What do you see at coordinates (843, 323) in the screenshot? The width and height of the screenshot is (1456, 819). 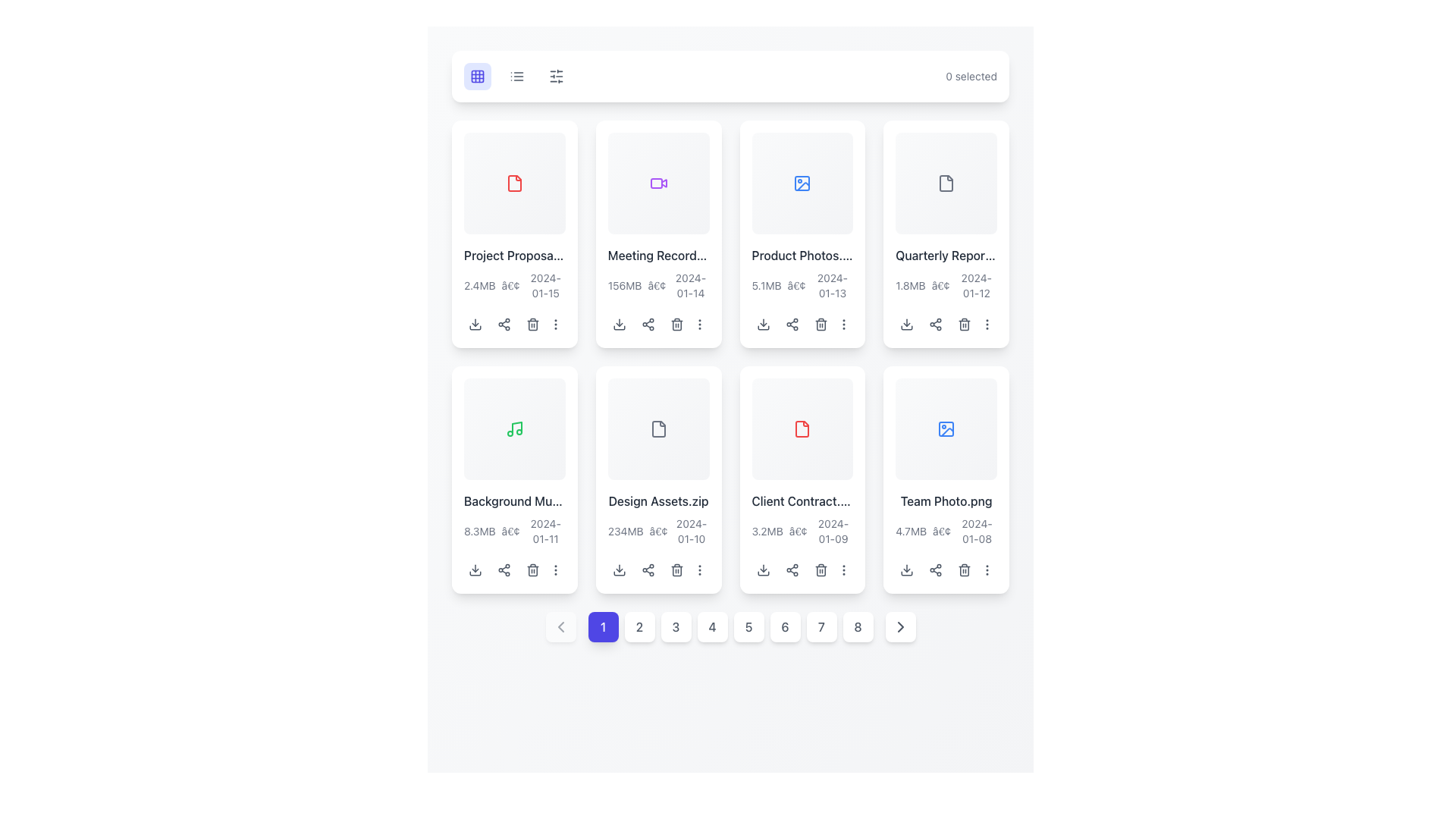 I see `the vertical ellipsis icon button located at the end of the action icons below the card titled 'Product Photos.jpg'` at bounding box center [843, 323].